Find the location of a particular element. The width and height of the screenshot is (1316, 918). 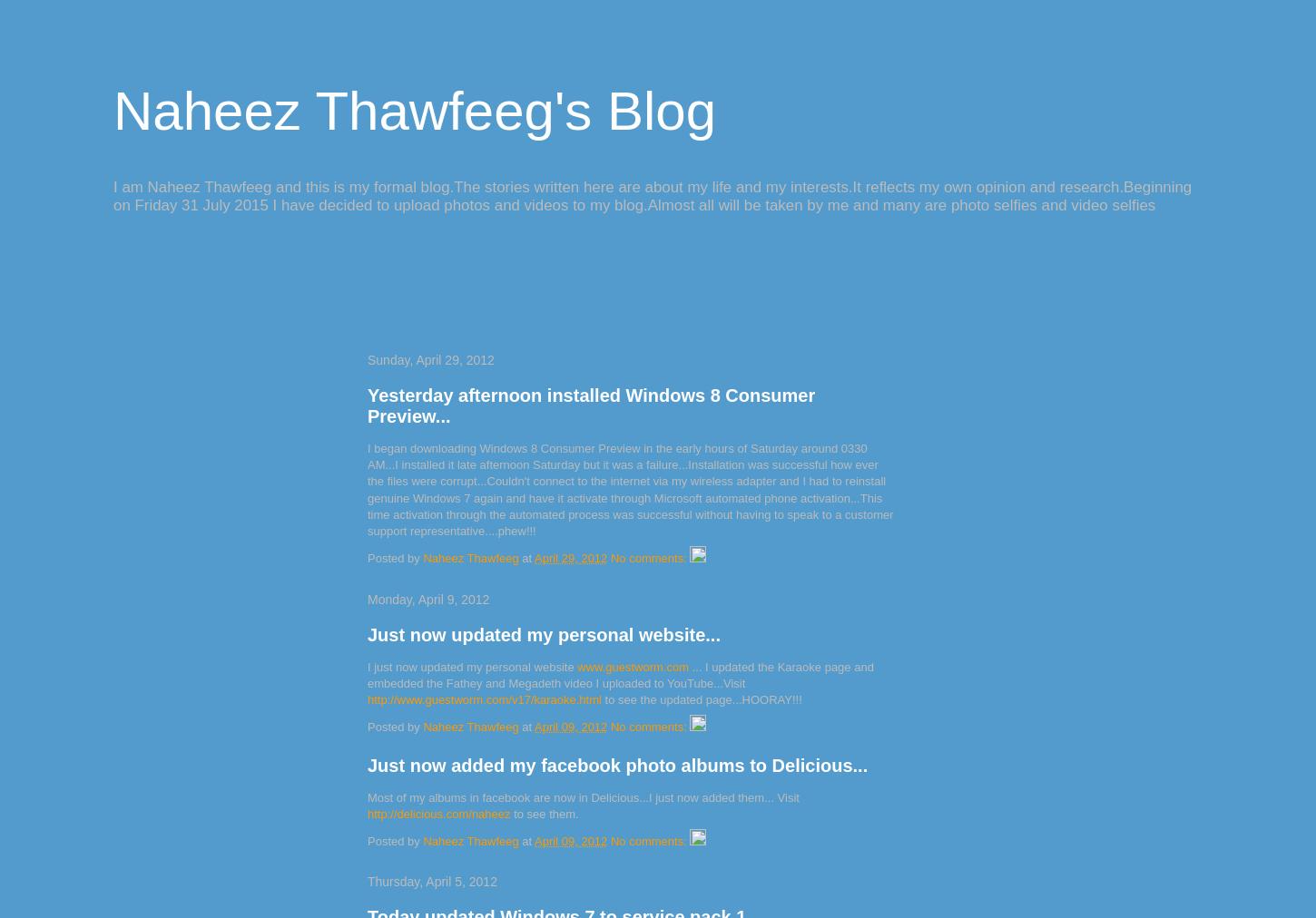

'Thursday, April 5, 2012' is located at coordinates (366, 882).